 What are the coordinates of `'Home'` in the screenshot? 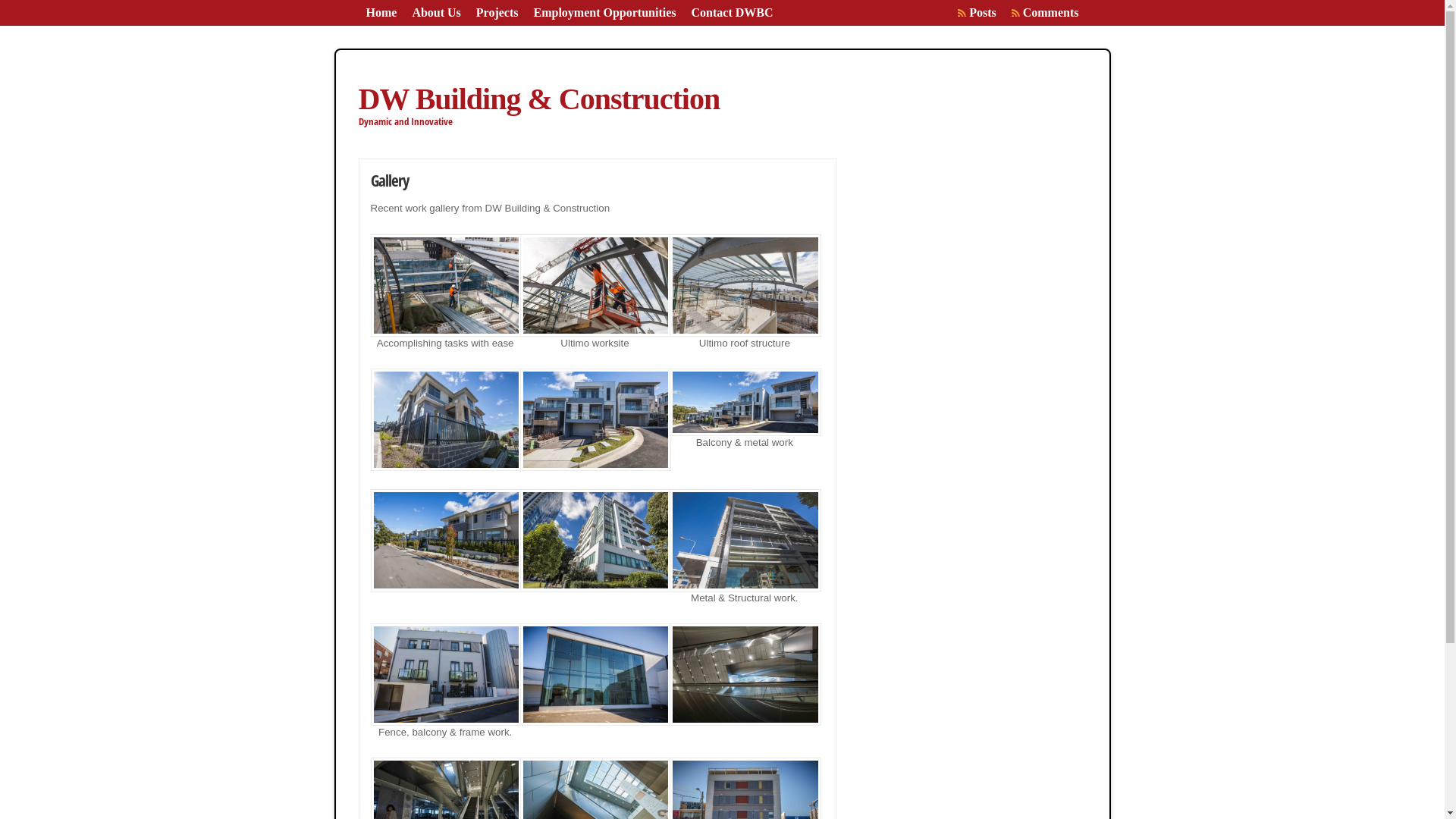 It's located at (381, 12).